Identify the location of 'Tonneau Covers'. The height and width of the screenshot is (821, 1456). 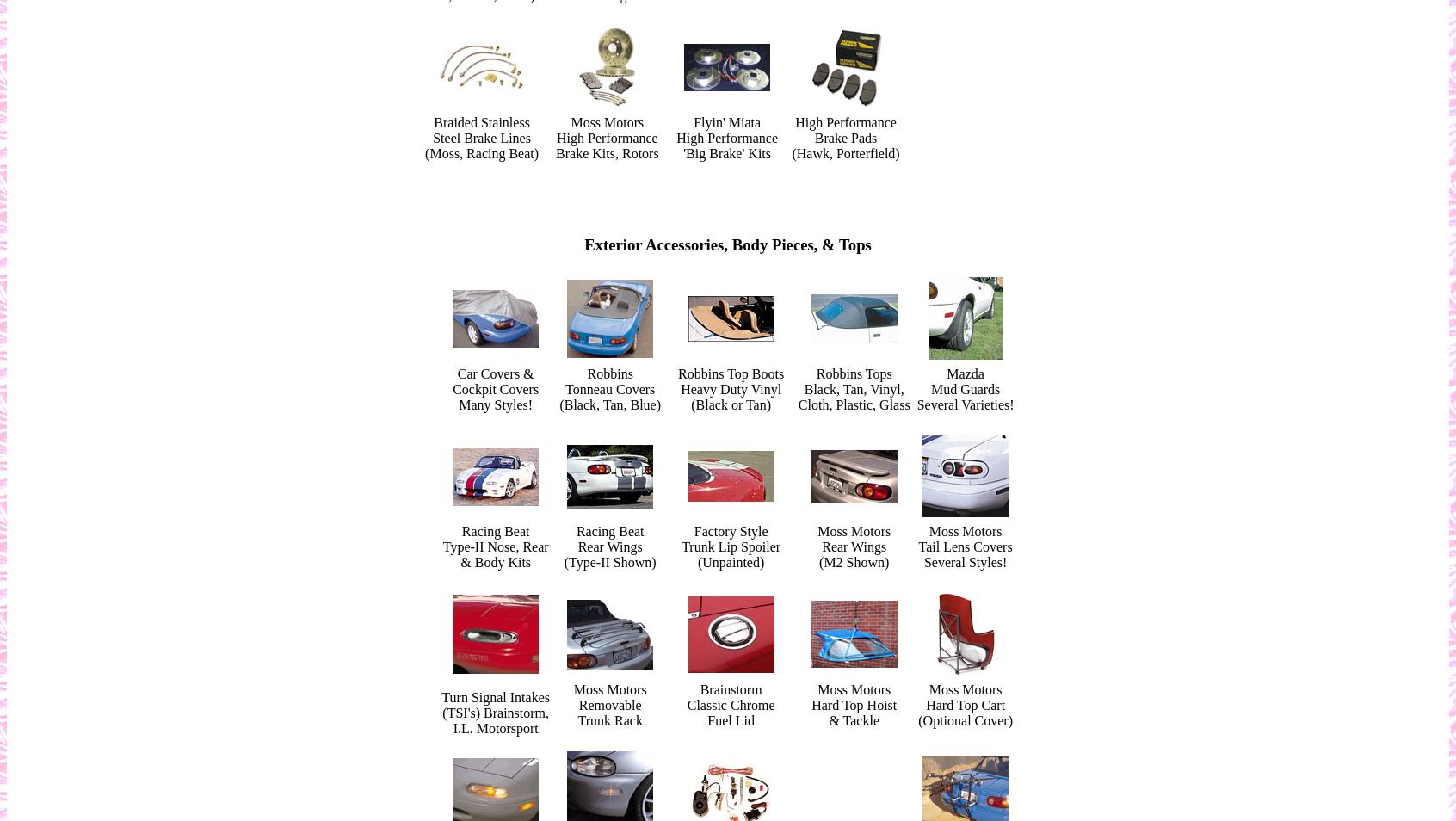
(565, 389).